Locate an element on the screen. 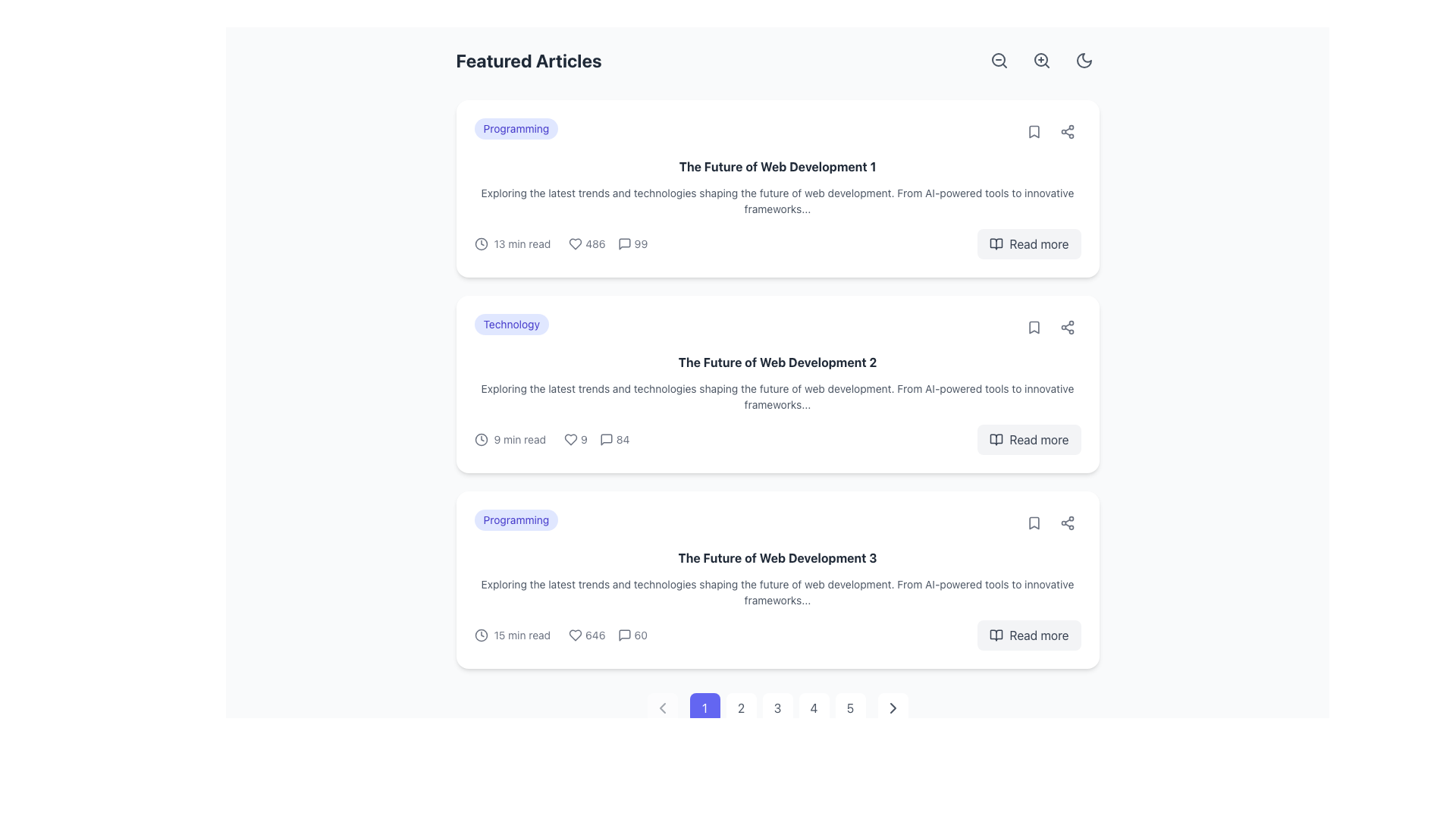  the left-pointing Chevron icon, which serves as the navigation control to move backward in the sequence of items or pages is located at coordinates (662, 708).